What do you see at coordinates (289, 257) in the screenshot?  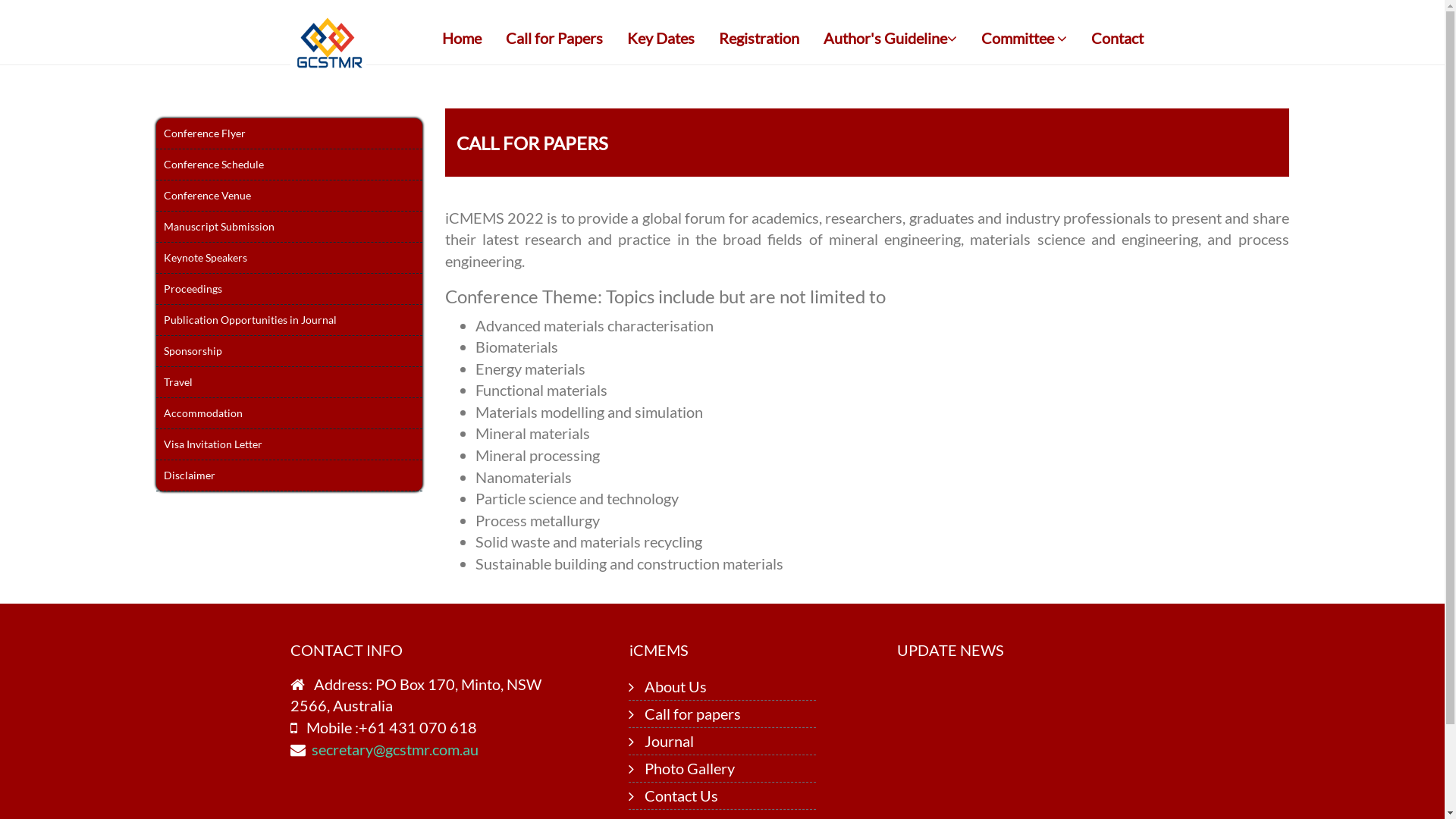 I see `'Keynote Speakers'` at bounding box center [289, 257].